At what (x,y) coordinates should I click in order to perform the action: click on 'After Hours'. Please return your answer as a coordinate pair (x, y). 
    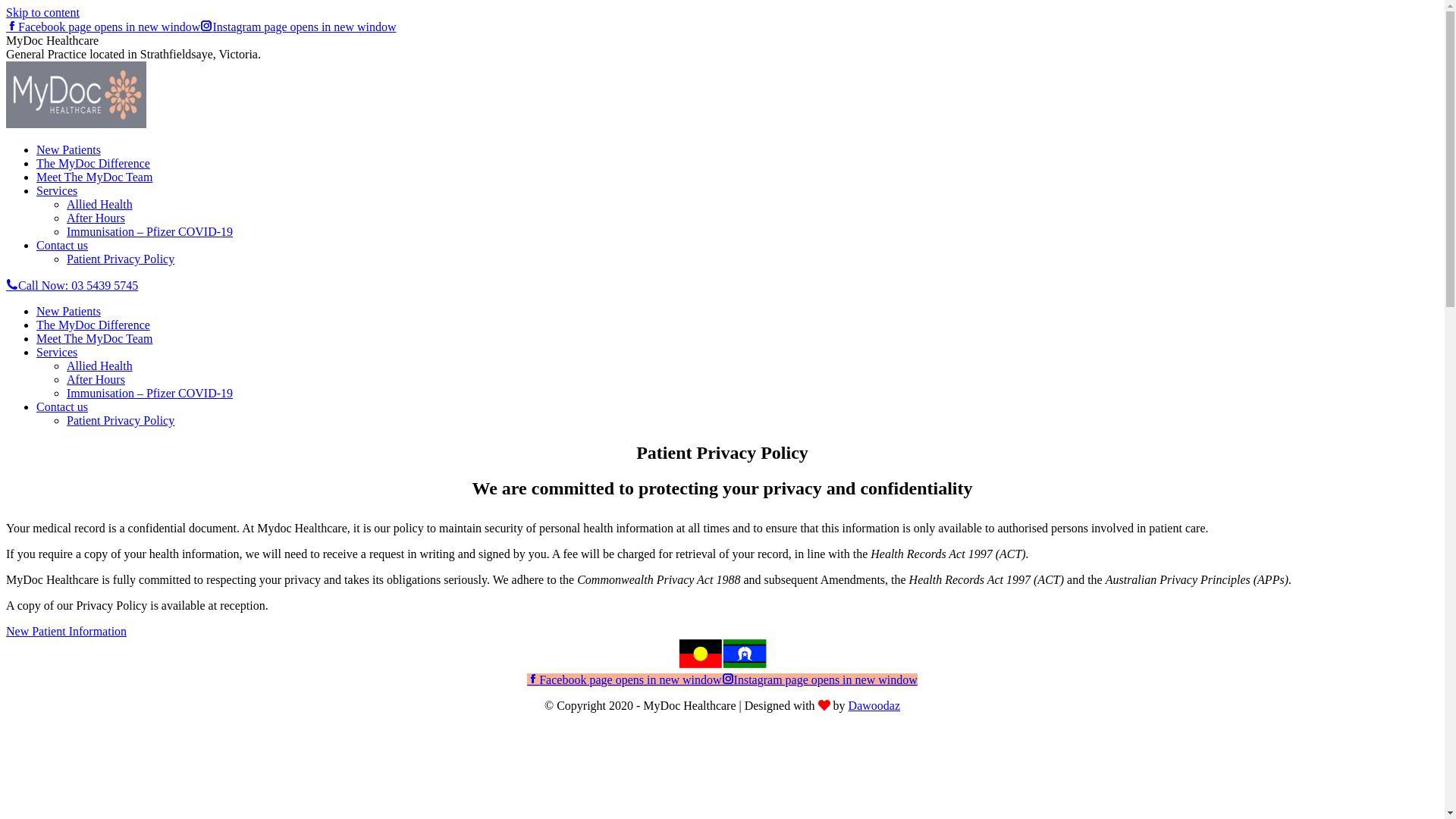
    Looking at the image, I should click on (65, 378).